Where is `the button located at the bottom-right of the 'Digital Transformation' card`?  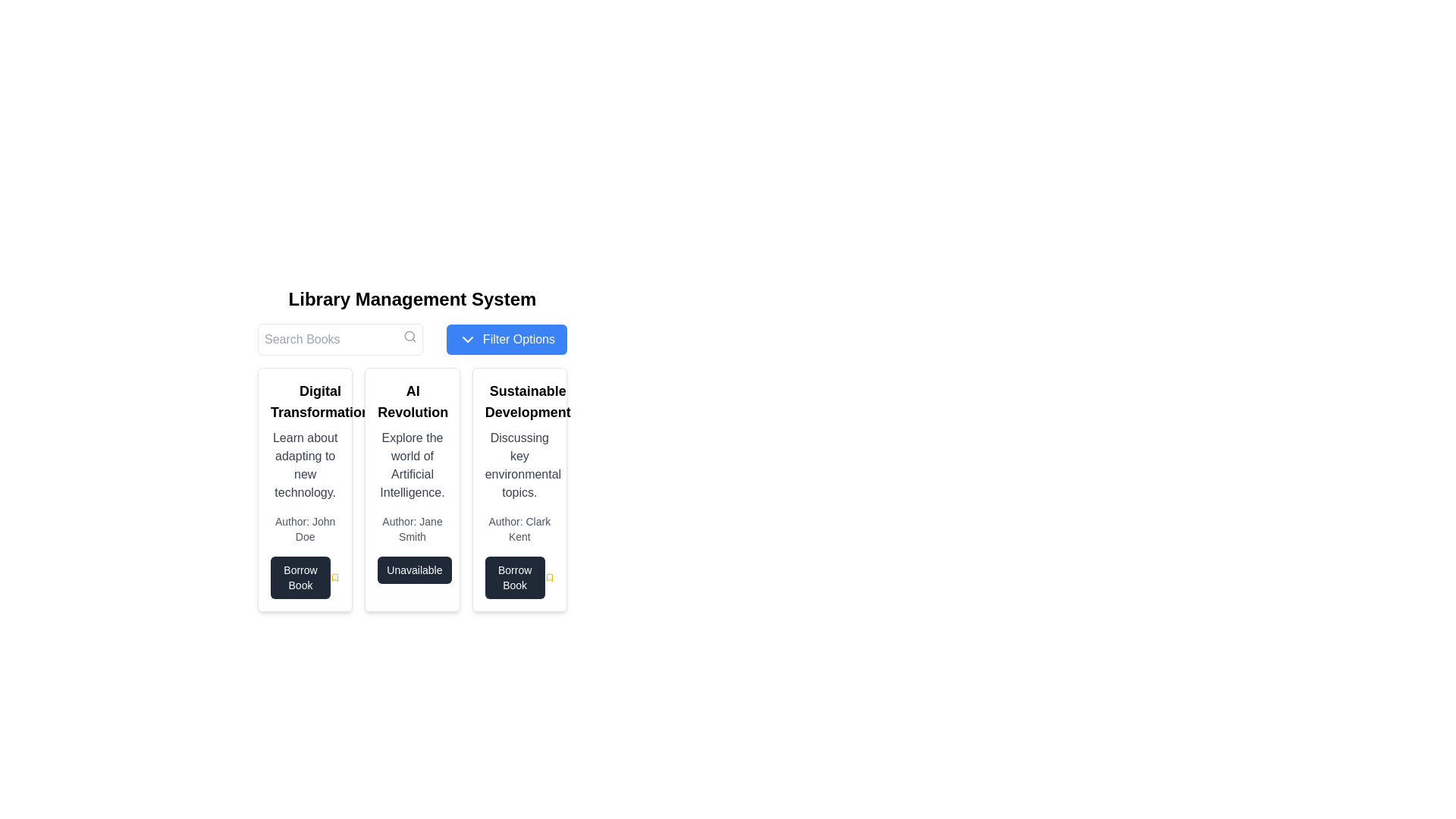
the button located at the bottom-right of the 'Digital Transformation' card is located at coordinates (304, 578).